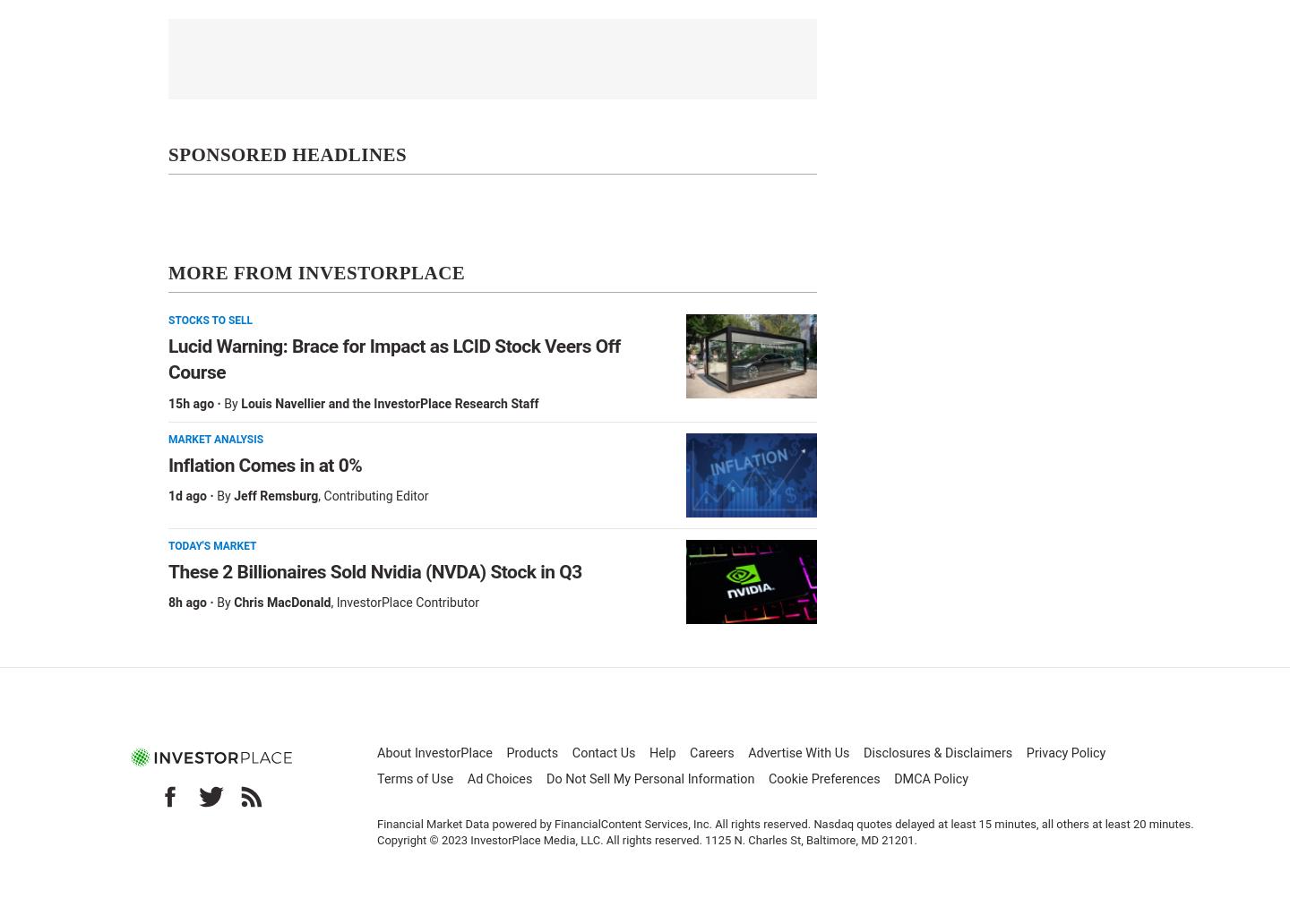  Describe the element at coordinates (168, 358) in the screenshot. I see `'Lucid Warning: Brace for Impact as LCID Stock Veers Off Course'` at that location.